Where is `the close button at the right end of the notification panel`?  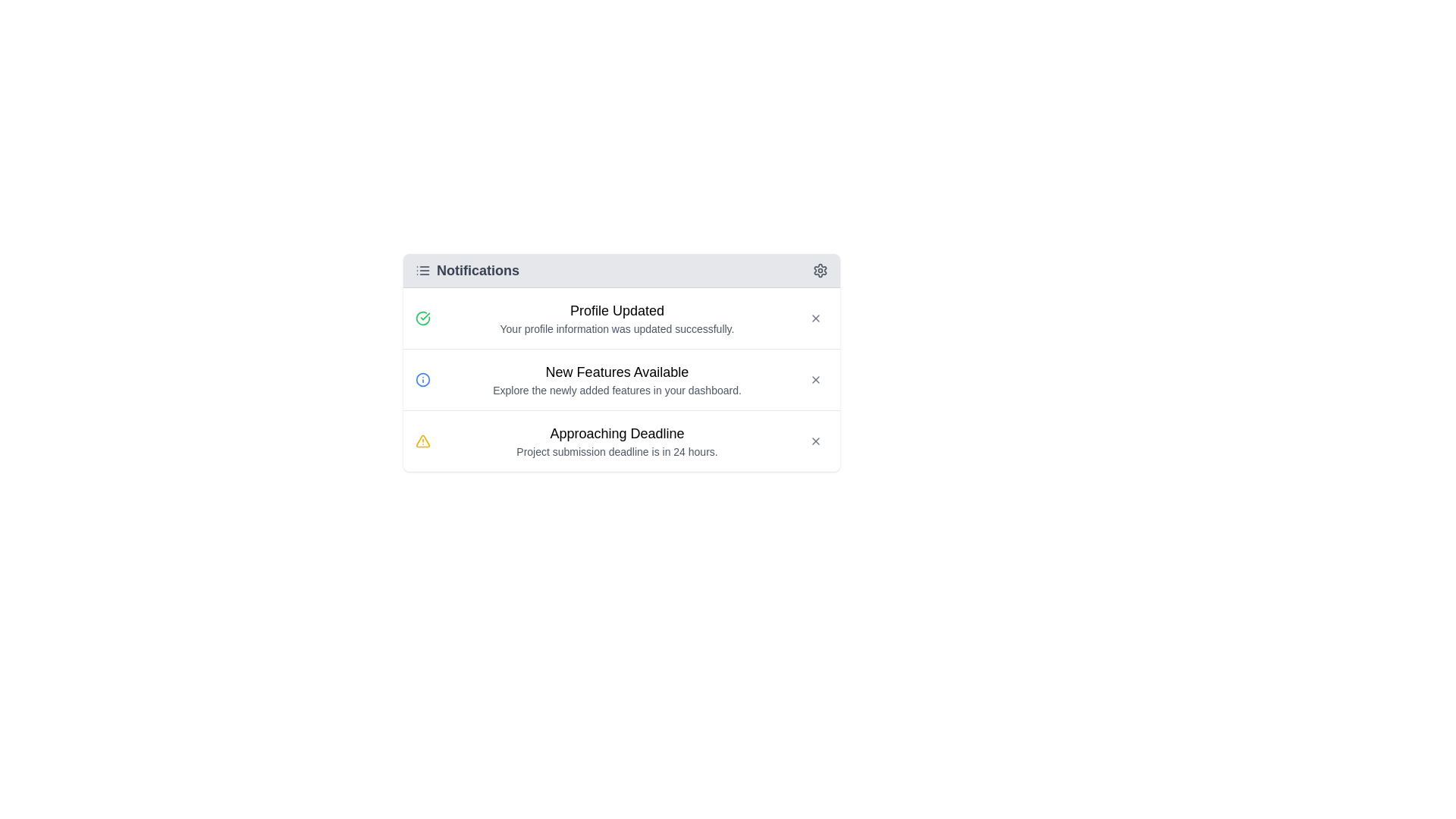
the close button at the right end of the notification panel is located at coordinates (814, 441).